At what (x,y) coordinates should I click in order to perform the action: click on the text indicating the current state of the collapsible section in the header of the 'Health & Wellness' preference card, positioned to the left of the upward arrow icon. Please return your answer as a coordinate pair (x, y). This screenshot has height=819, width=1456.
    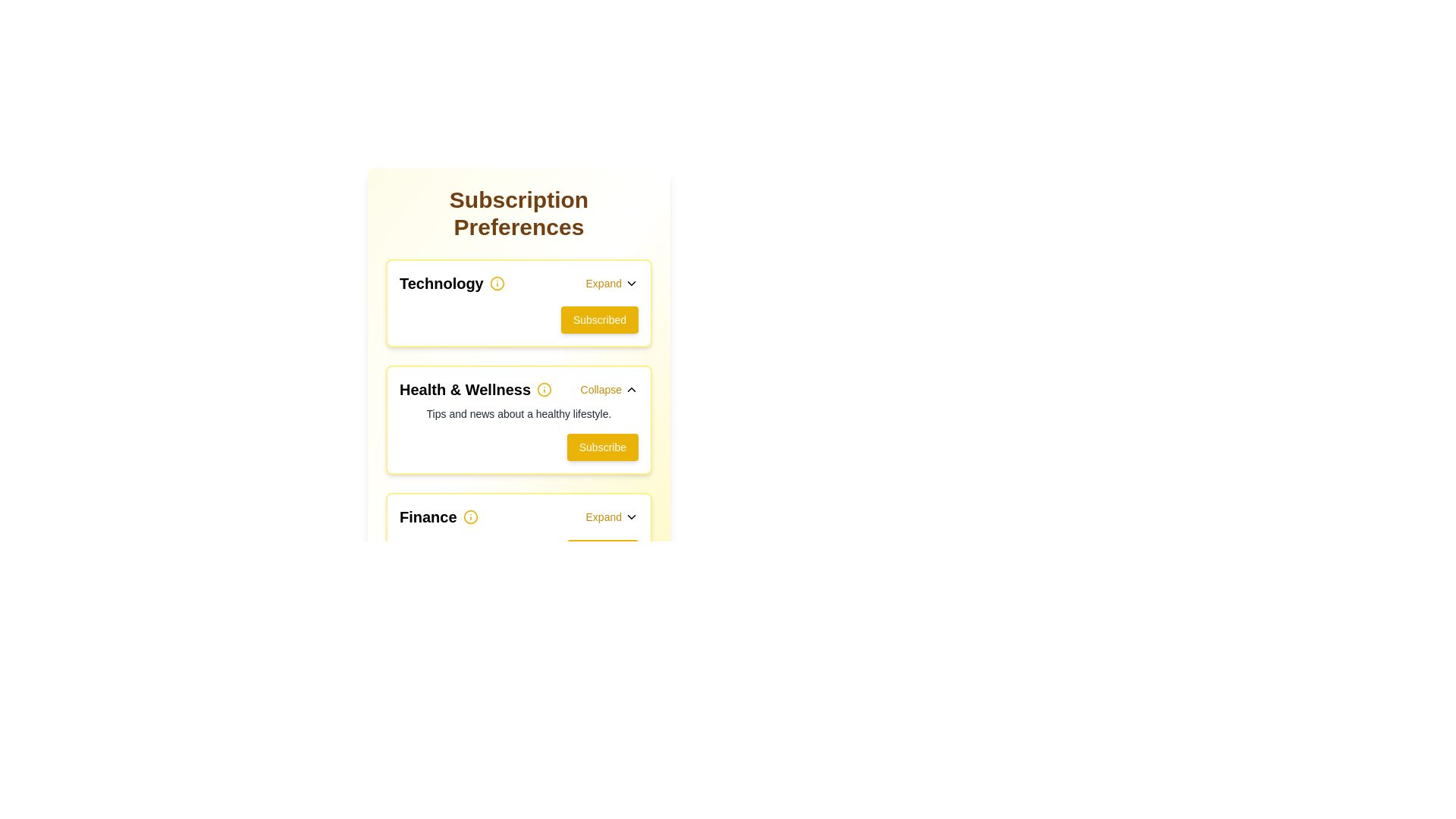
    Looking at the image, I should click on (600, 388).